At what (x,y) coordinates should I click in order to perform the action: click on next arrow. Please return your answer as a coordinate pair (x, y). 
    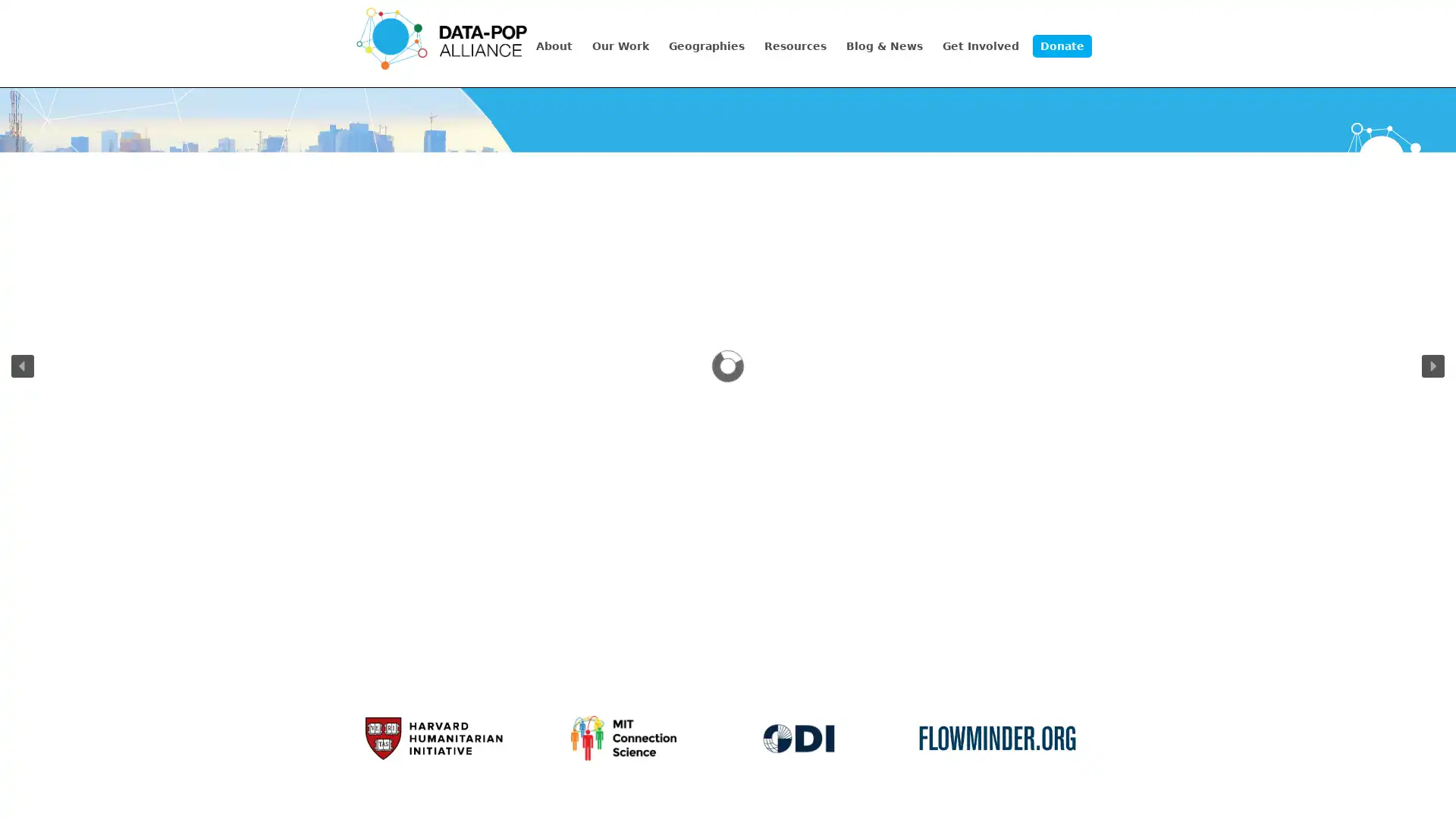
    Looking at the image, I should click on (1432, 366).